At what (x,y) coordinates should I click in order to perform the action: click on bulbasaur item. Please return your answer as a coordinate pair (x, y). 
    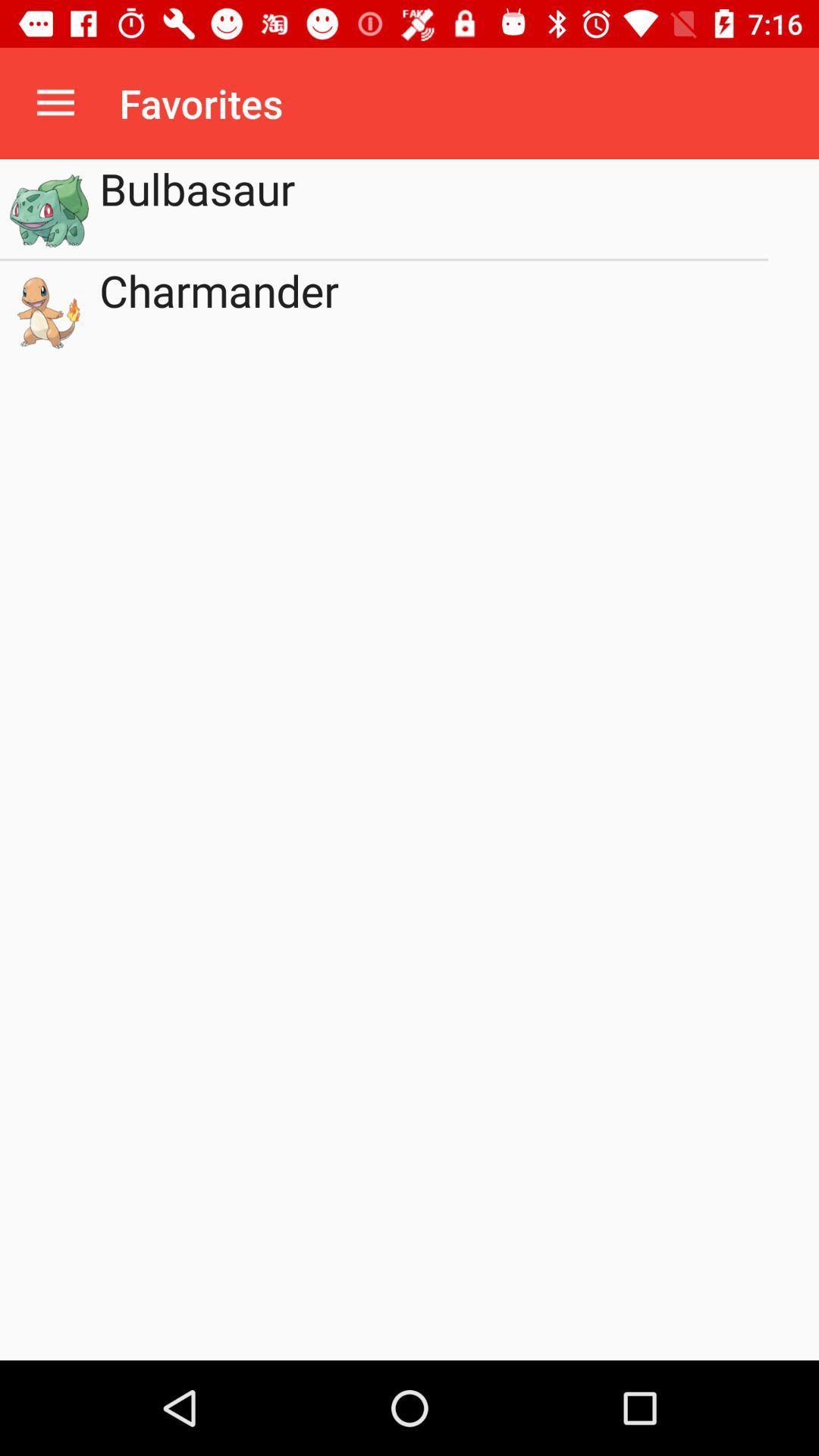
    Looking at the image, I should click on (434, 208).